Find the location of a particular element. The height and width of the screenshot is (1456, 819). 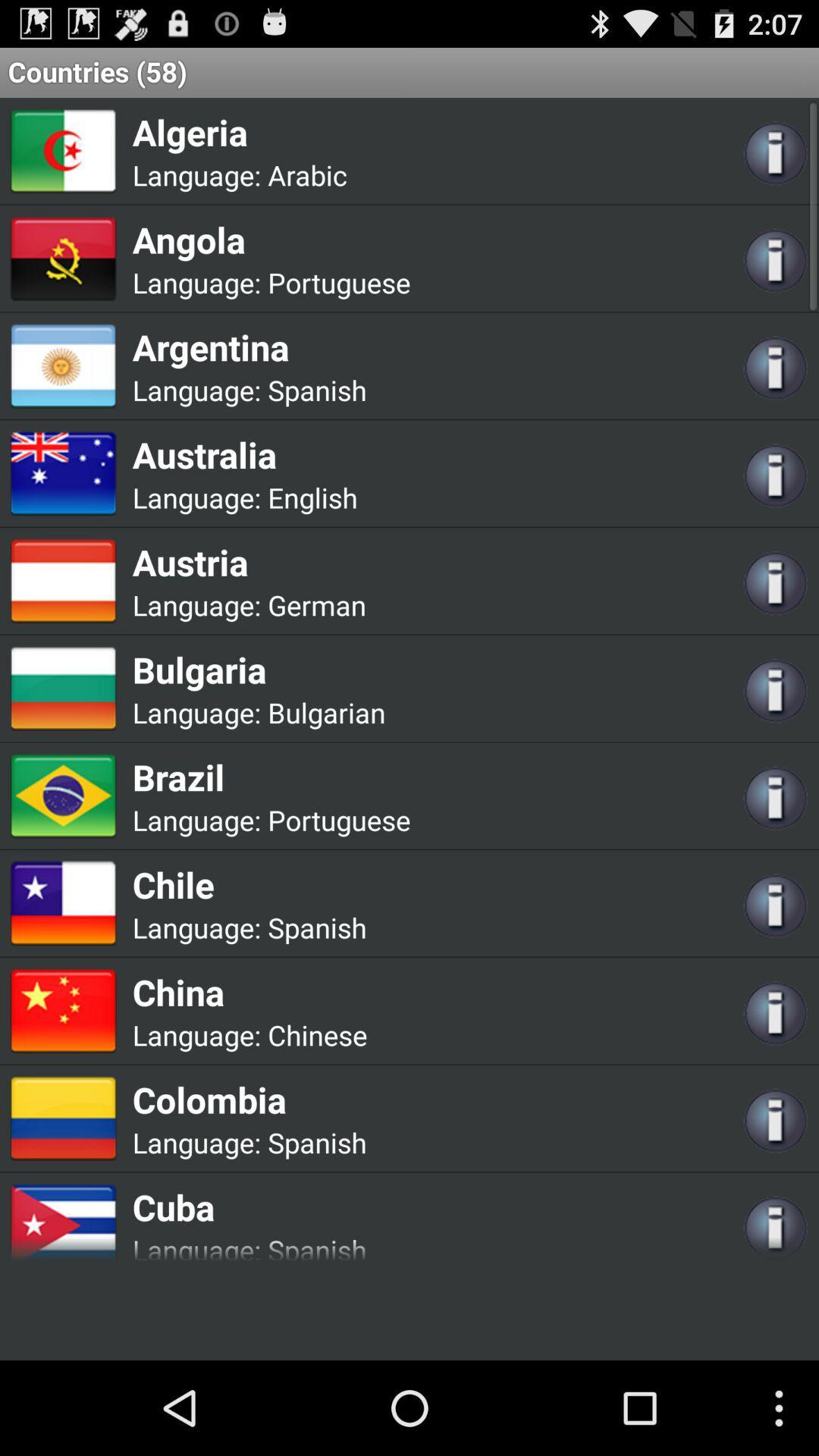

icon above language:  app is located at coordinates (249, 1100).